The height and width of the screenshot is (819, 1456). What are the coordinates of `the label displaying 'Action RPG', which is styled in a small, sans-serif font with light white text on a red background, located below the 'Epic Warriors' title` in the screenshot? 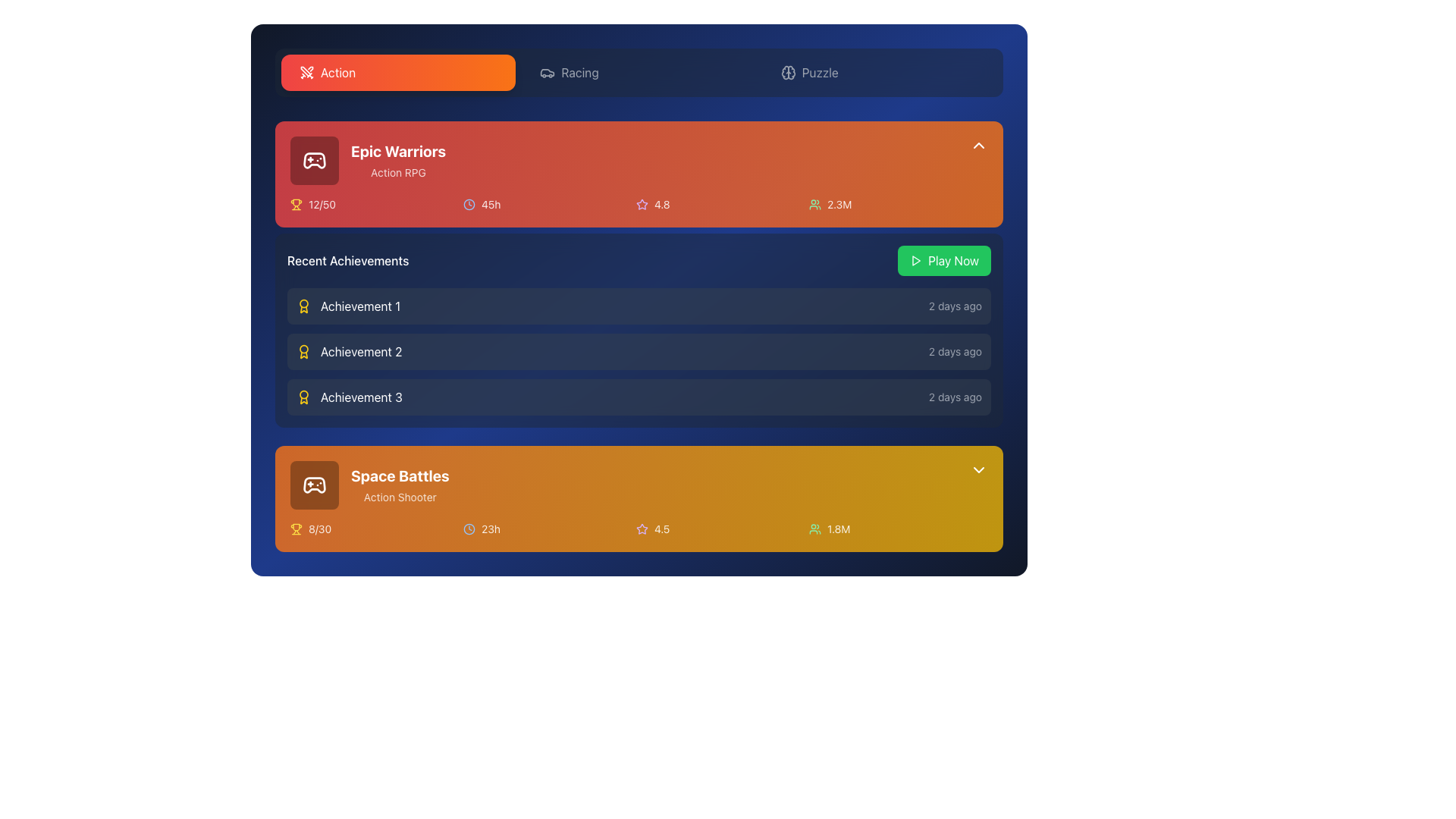 It's located at (398, 171).